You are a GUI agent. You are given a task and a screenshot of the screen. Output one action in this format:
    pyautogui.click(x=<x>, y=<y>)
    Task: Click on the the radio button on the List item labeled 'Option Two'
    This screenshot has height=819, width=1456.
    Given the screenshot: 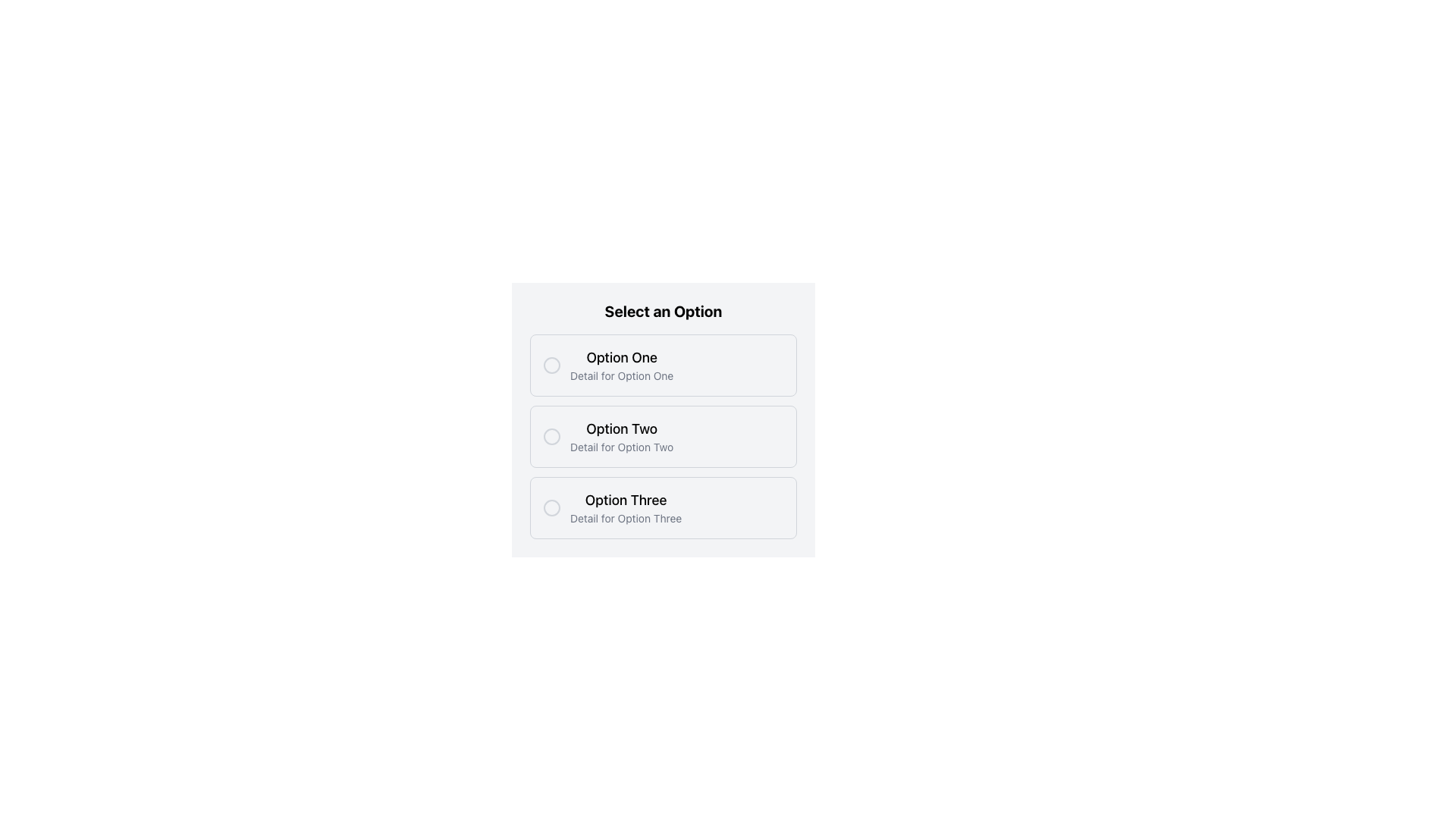 What is the action you would take?
    pyautogui.click(x=663, y=436)
    